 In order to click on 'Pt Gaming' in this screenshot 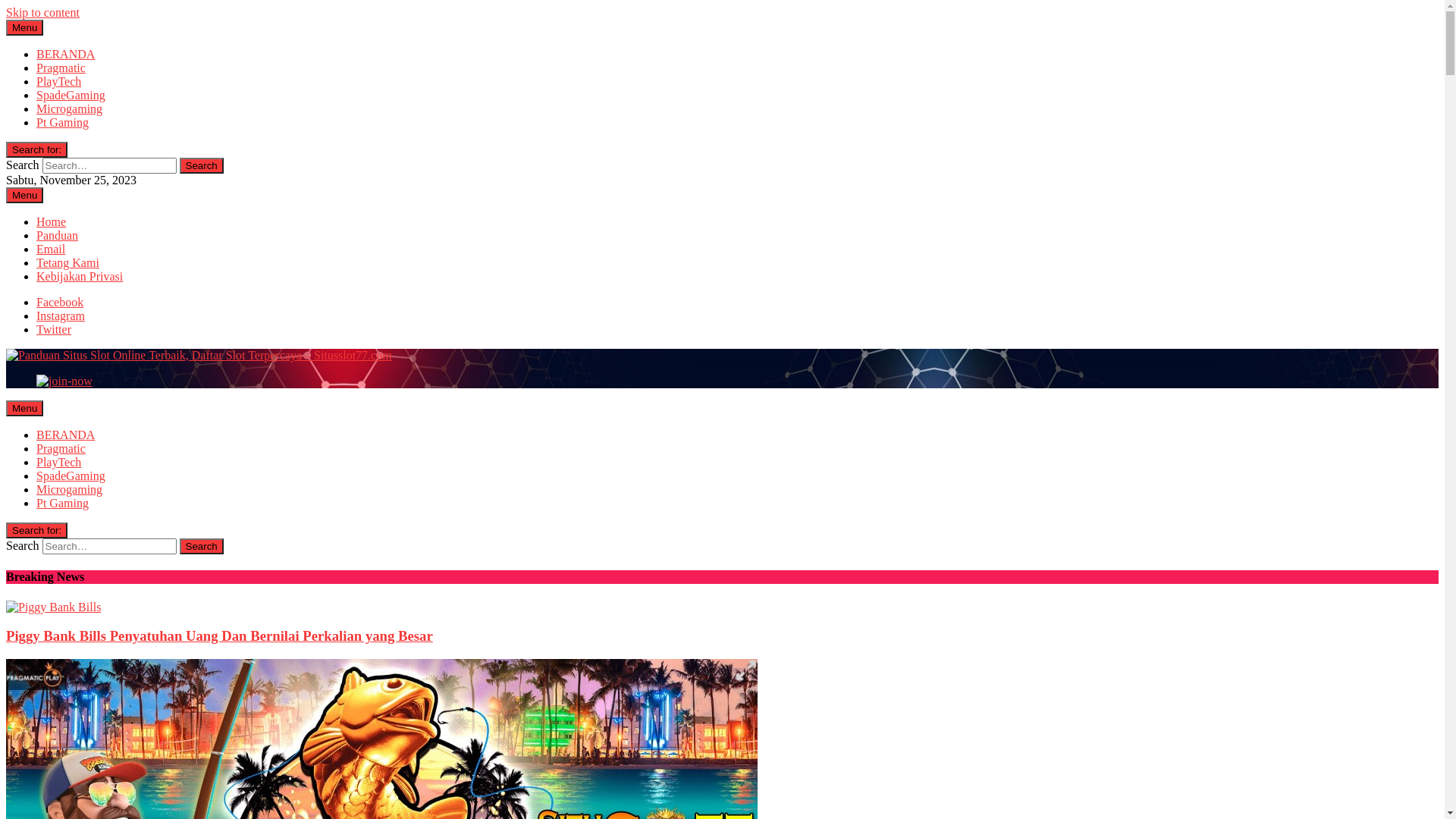, I will do `click(61, 503)`.